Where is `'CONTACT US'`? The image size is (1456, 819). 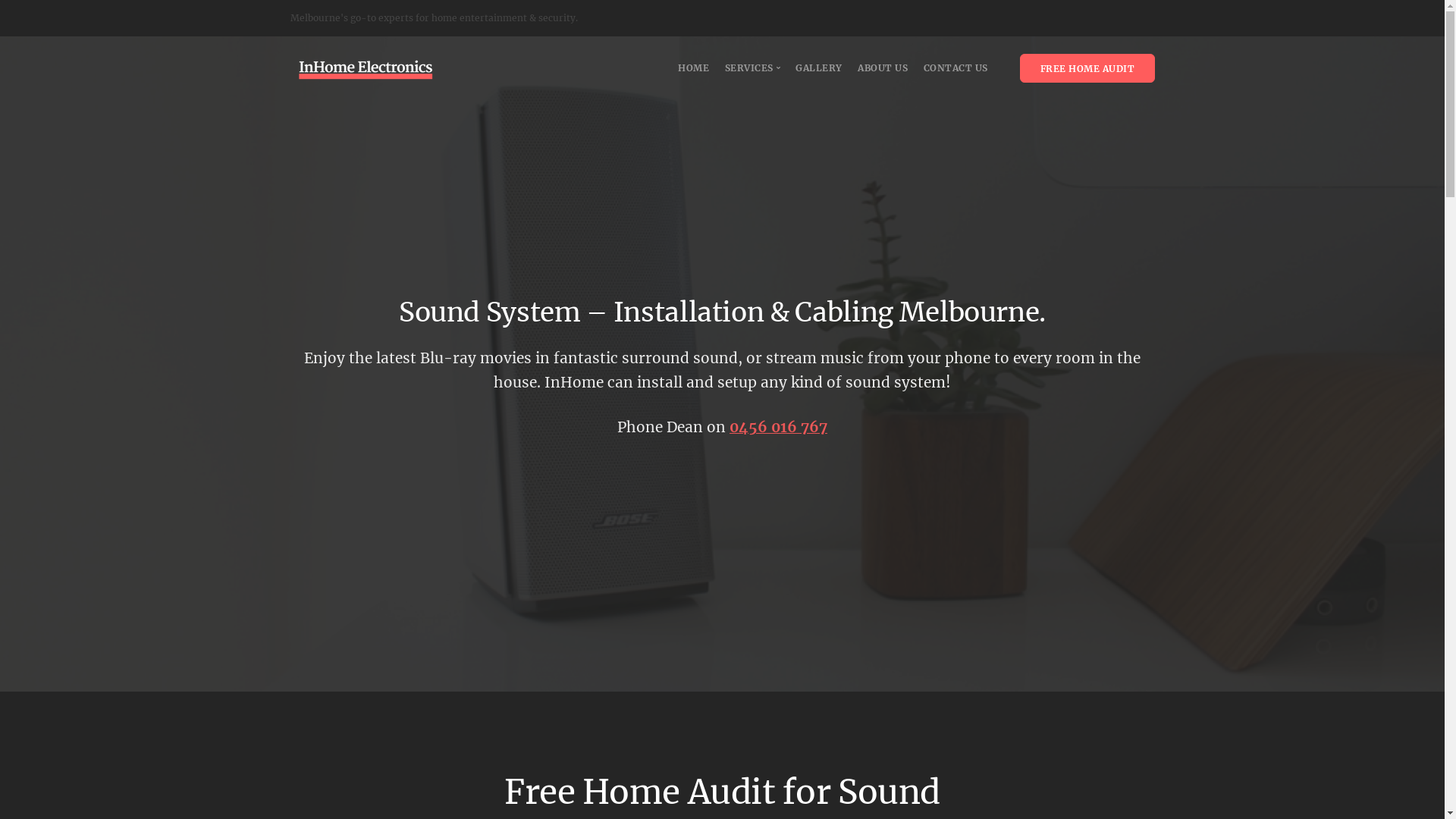
'CONTACT US' is located at coordinates (923, 67).